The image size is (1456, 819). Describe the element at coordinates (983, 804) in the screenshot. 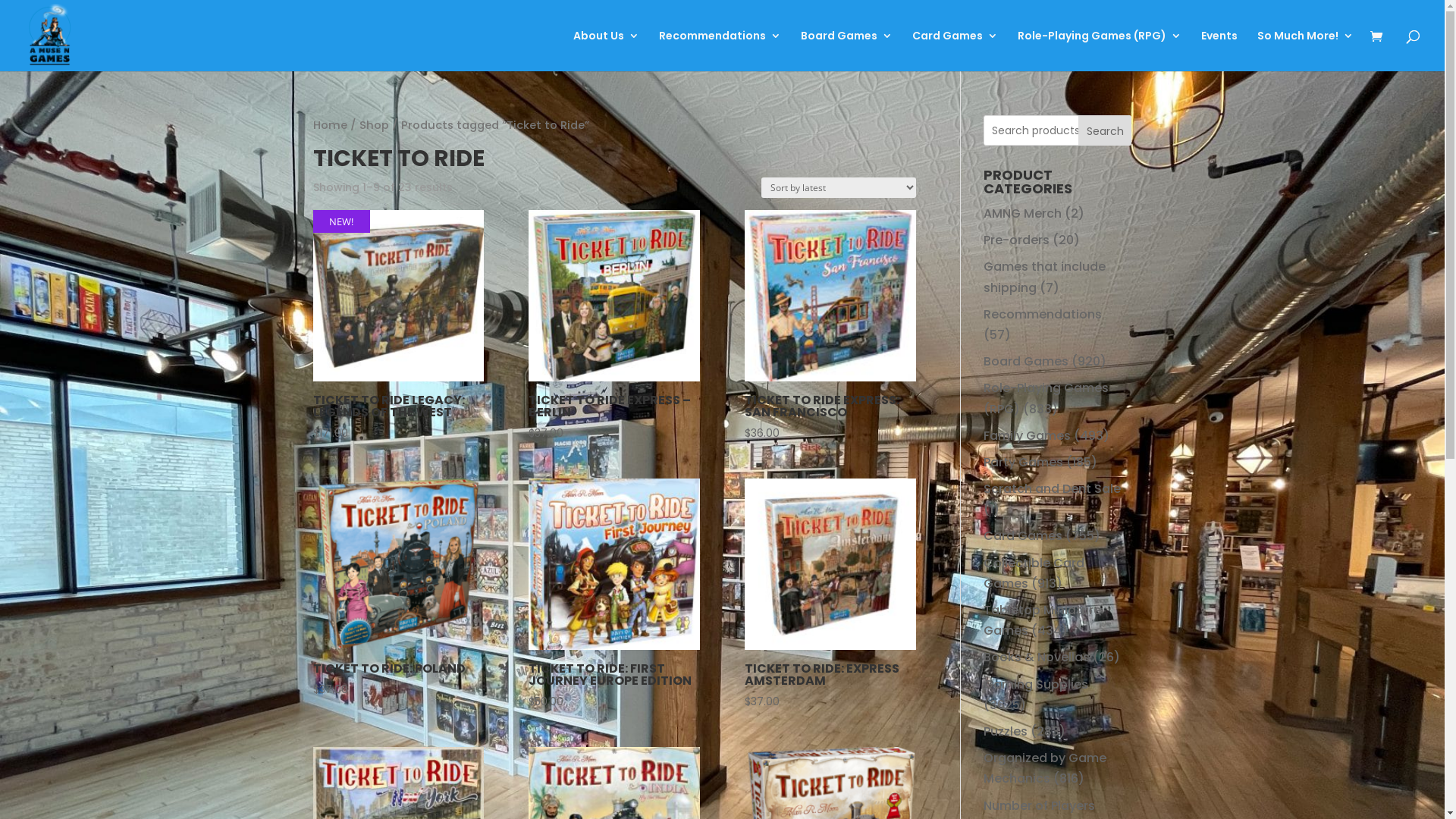

I see `'Number of Players'` at that location.